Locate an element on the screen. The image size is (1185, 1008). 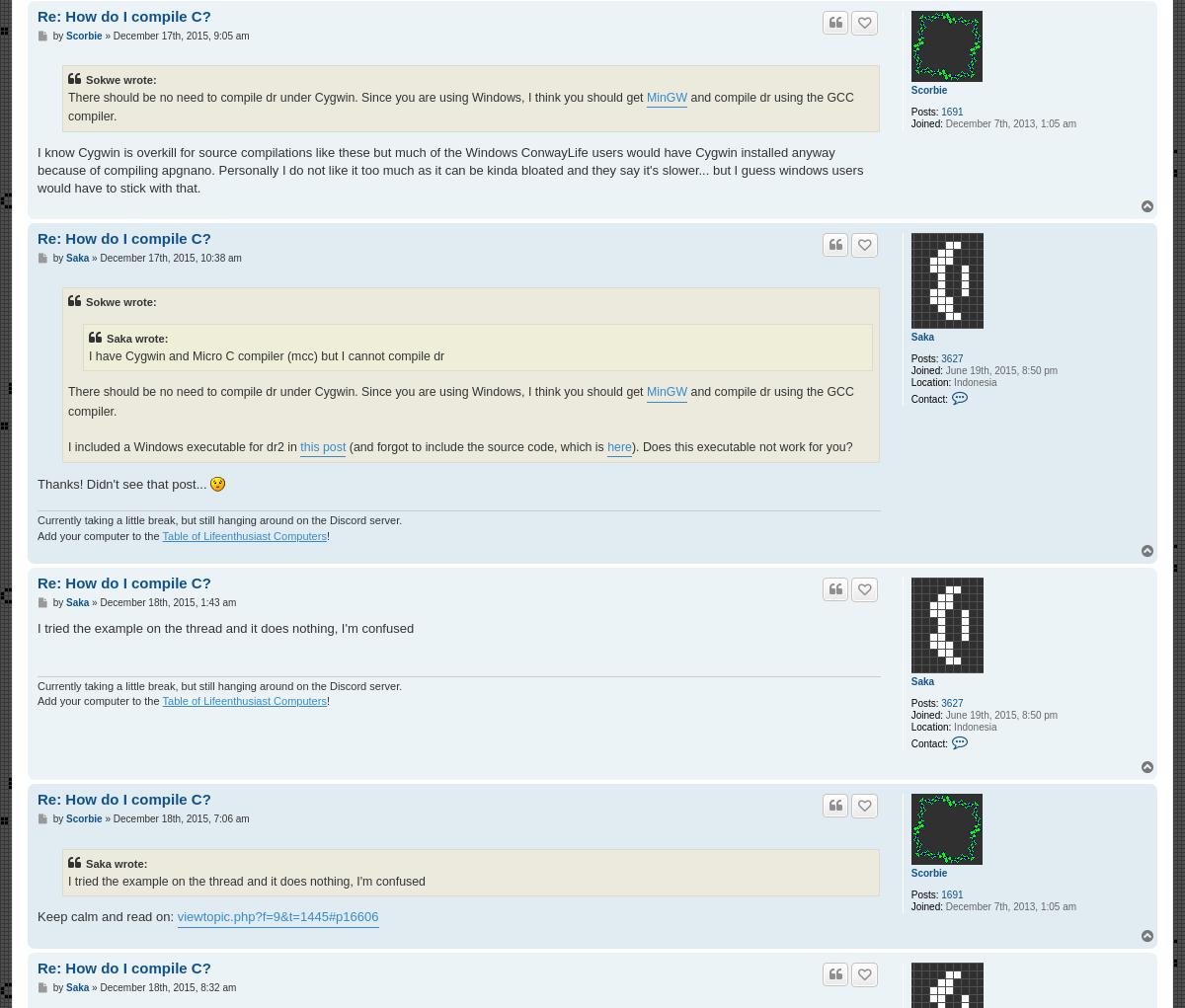
'I have Cygwin and Micro C compiler (mcc) but I cannot compile dr' is located at coordinates (266, 355).